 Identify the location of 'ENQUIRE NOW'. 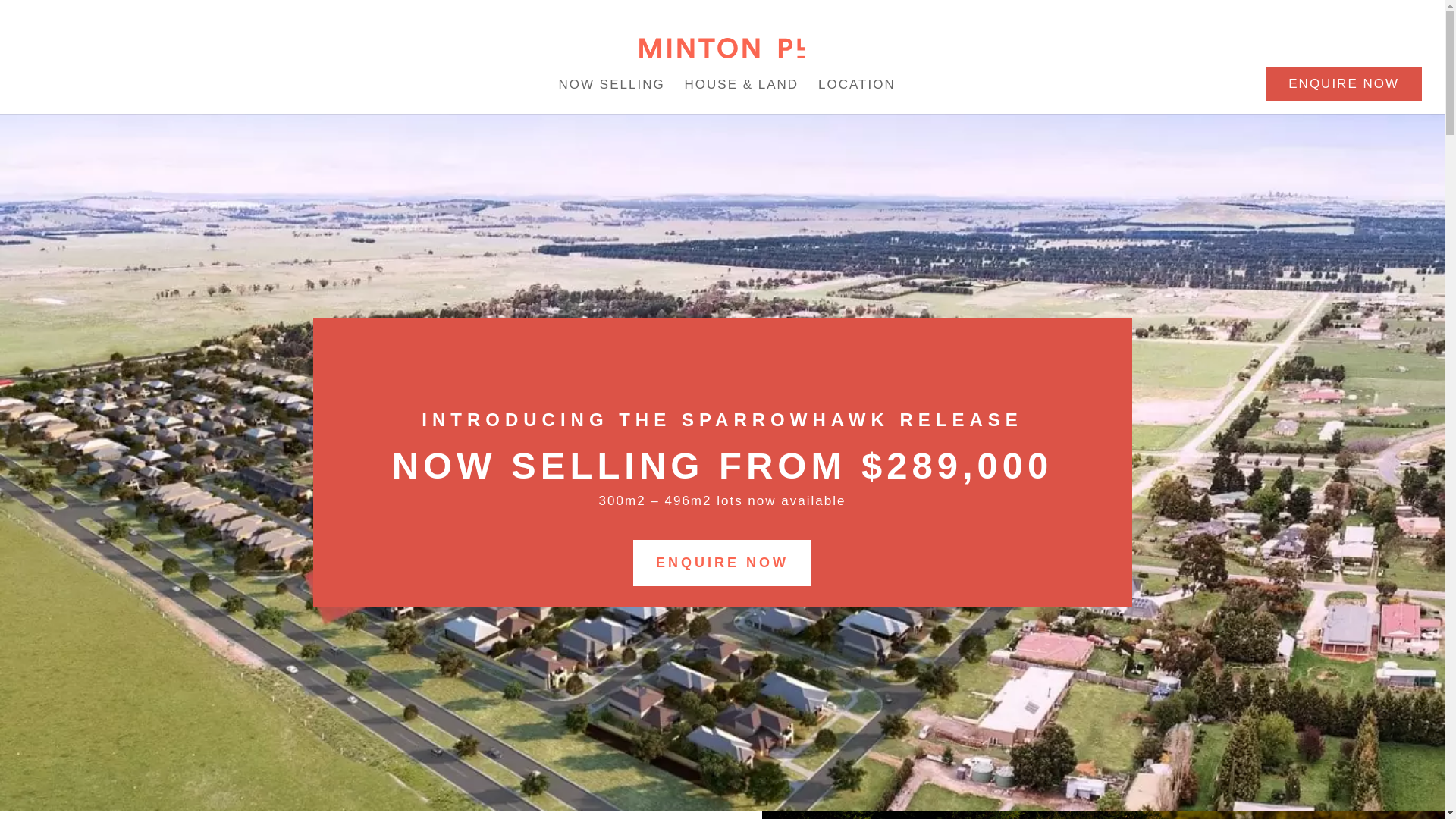
(1343, 84).